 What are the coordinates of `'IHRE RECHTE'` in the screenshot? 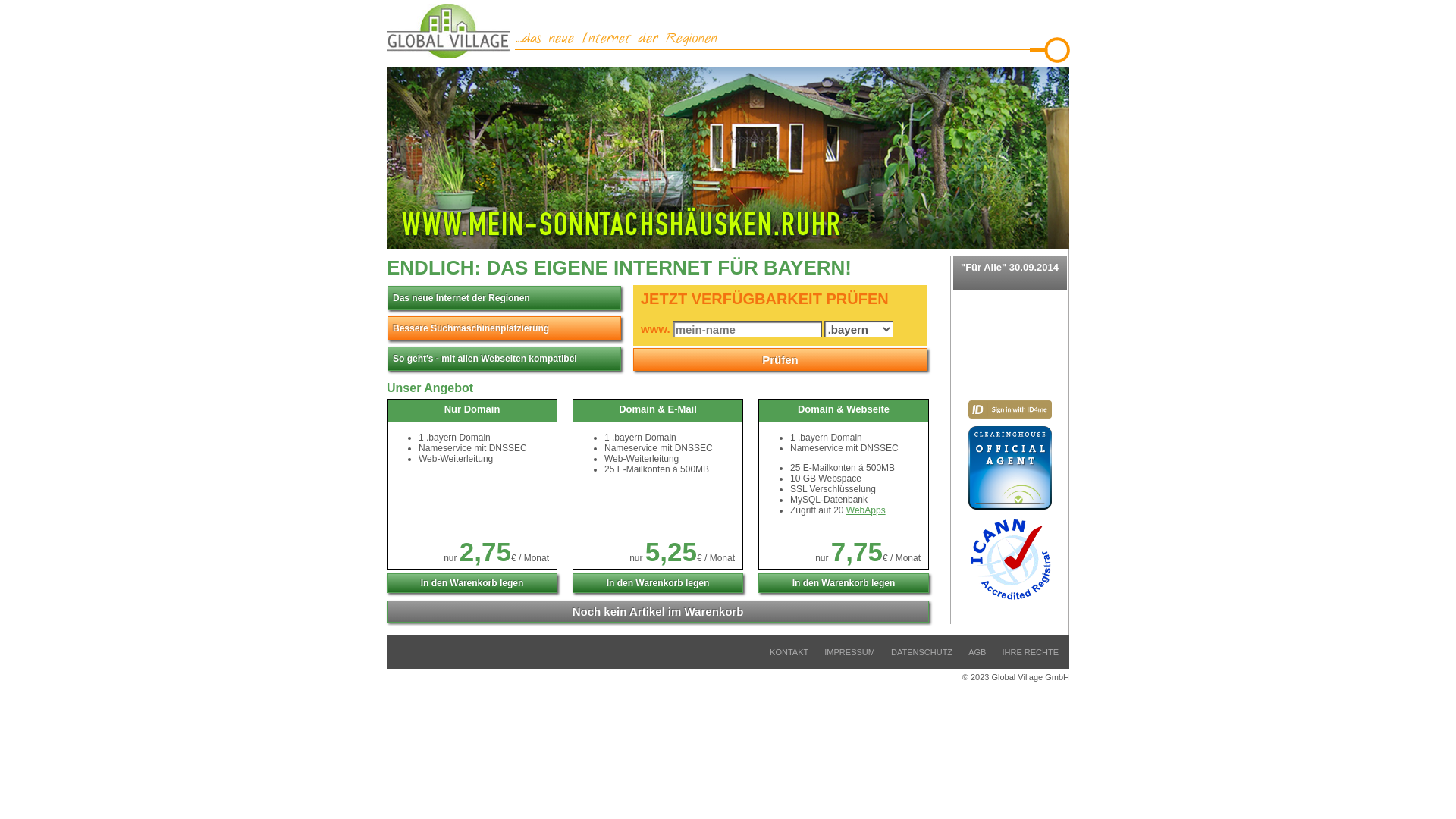 It's located at (1030, 651).